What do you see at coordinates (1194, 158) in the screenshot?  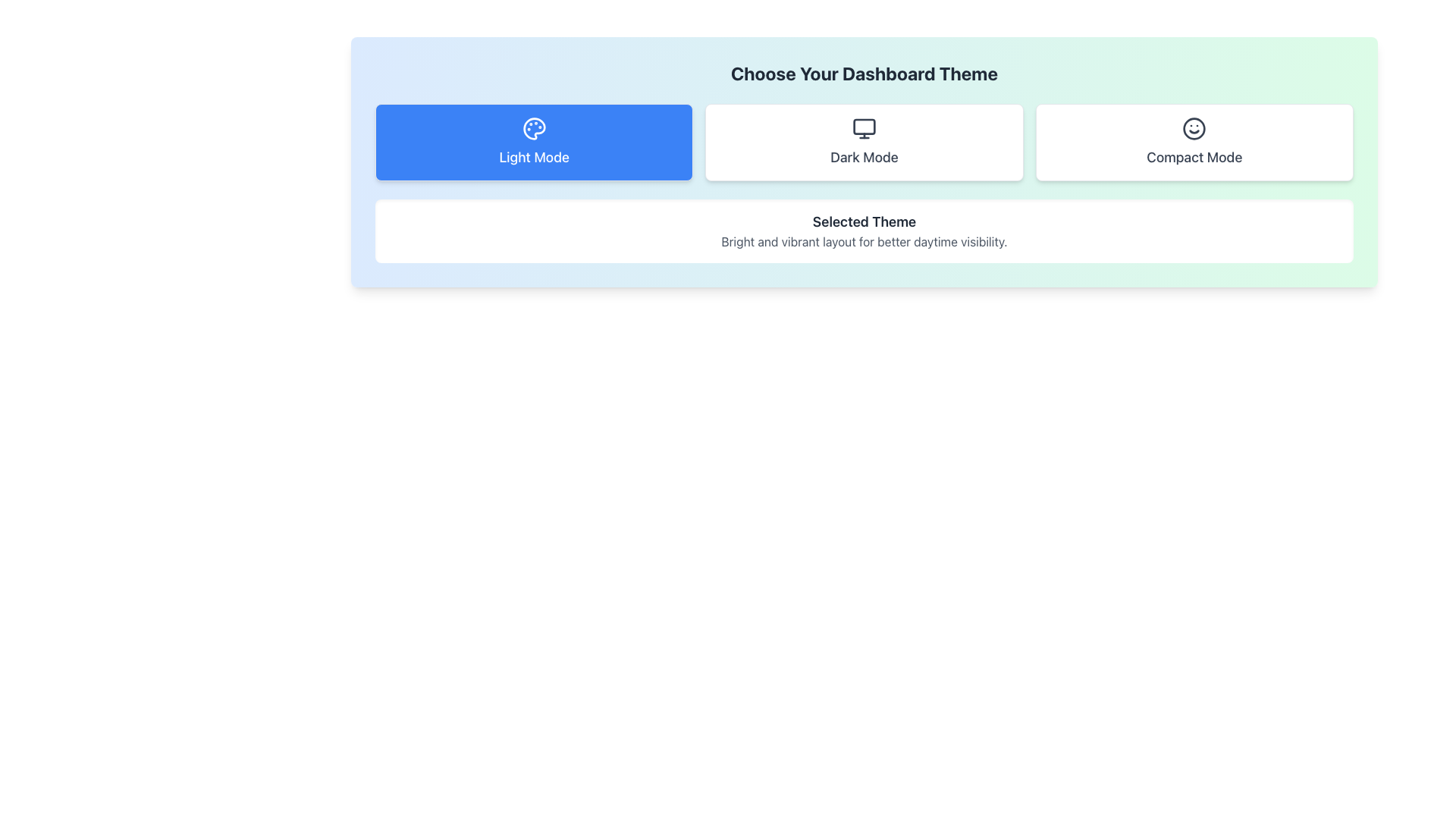 I see `the 'Compact Mode' text label, which is styled in a medium font size and sans-serif typeface, located below a circular smiley face icon in the rightmost dashboard theme options` at bounding box center [1194, 158].